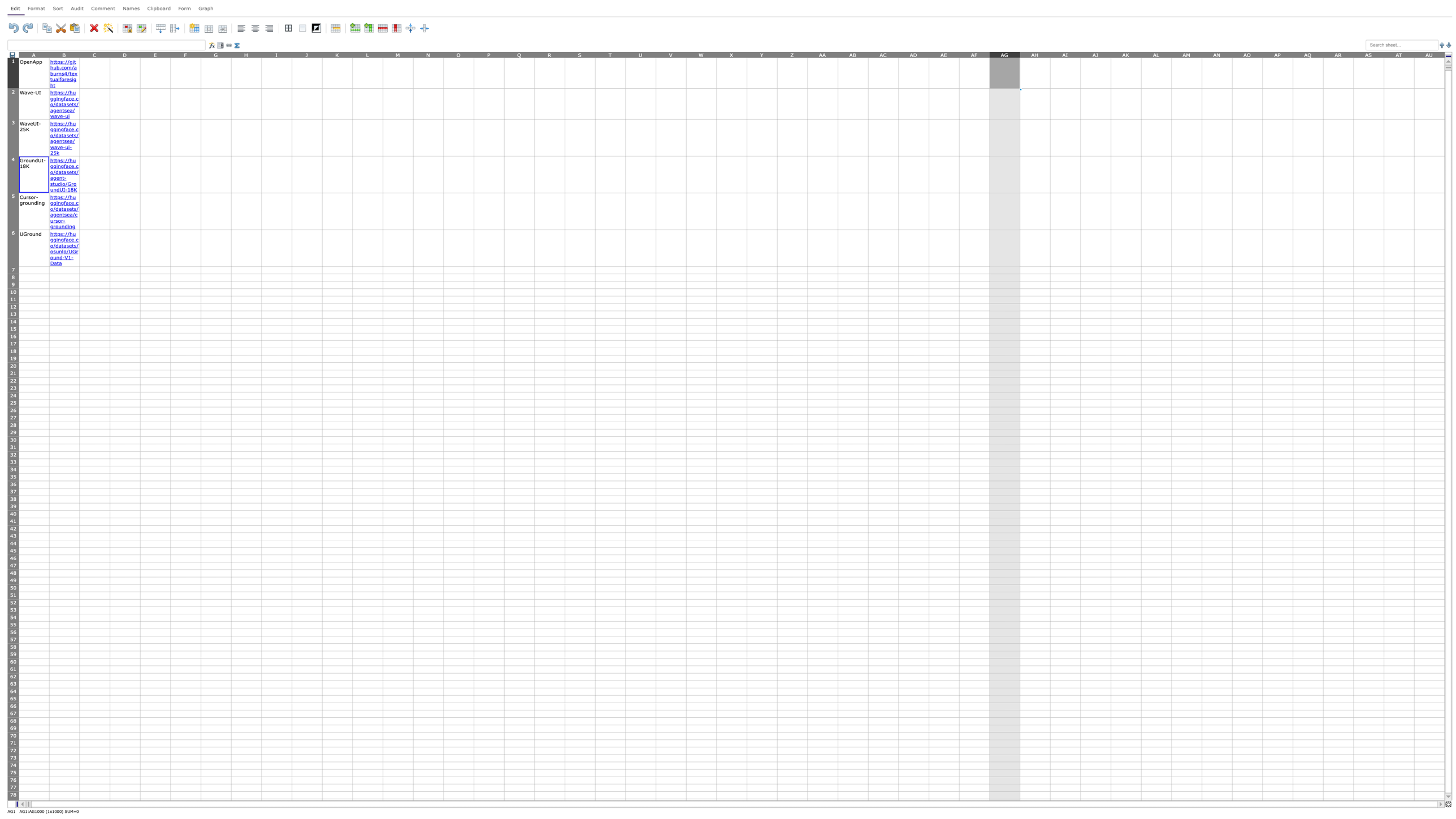 The height and width of the screenshot is (819, 1456). What do you see at coordinates (1035, 54) in the screenshot?
I see `to select column AH` at bounding box center [1035, 54].